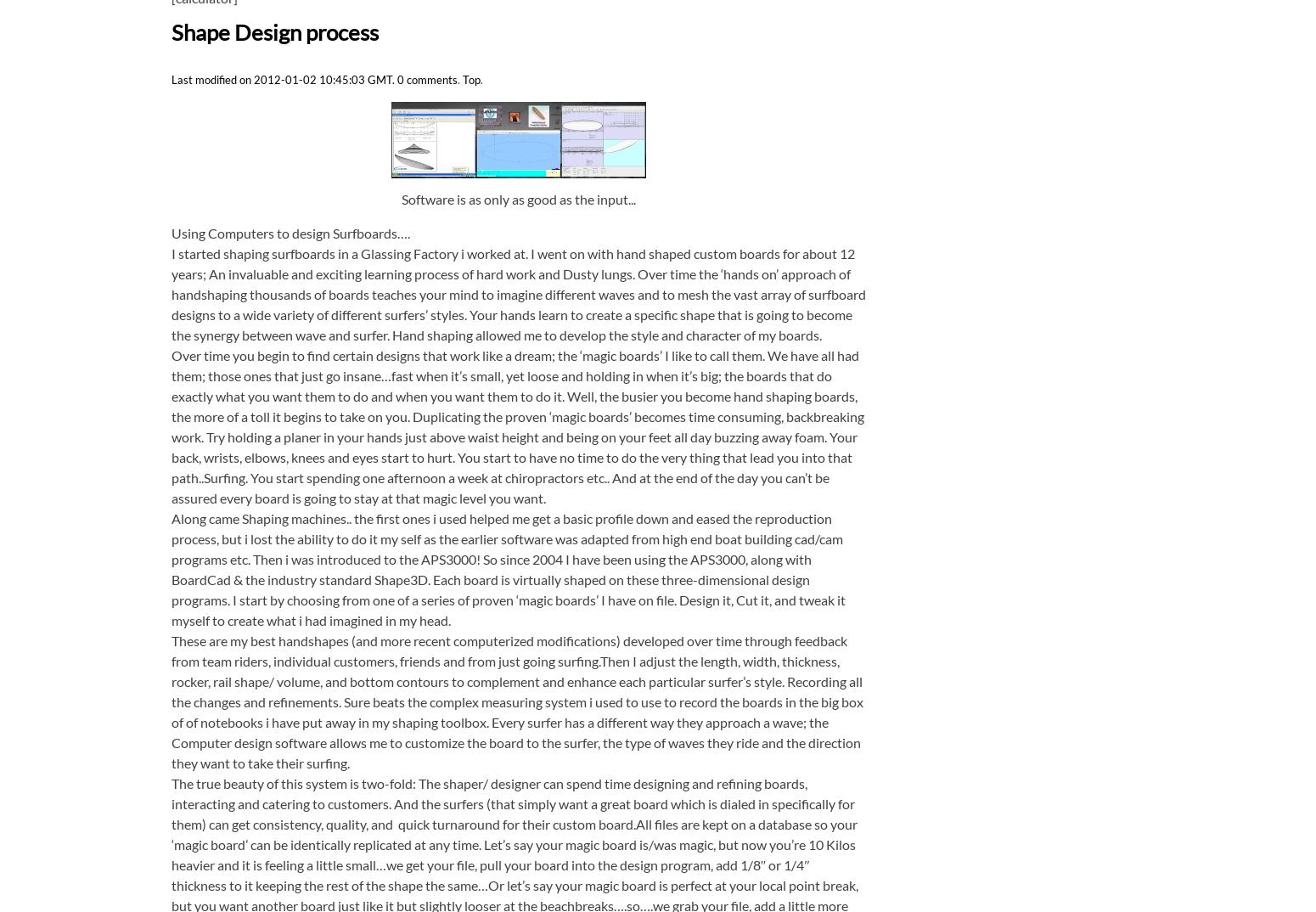  I want to click on 'Shape Design process', so click(170, 31).